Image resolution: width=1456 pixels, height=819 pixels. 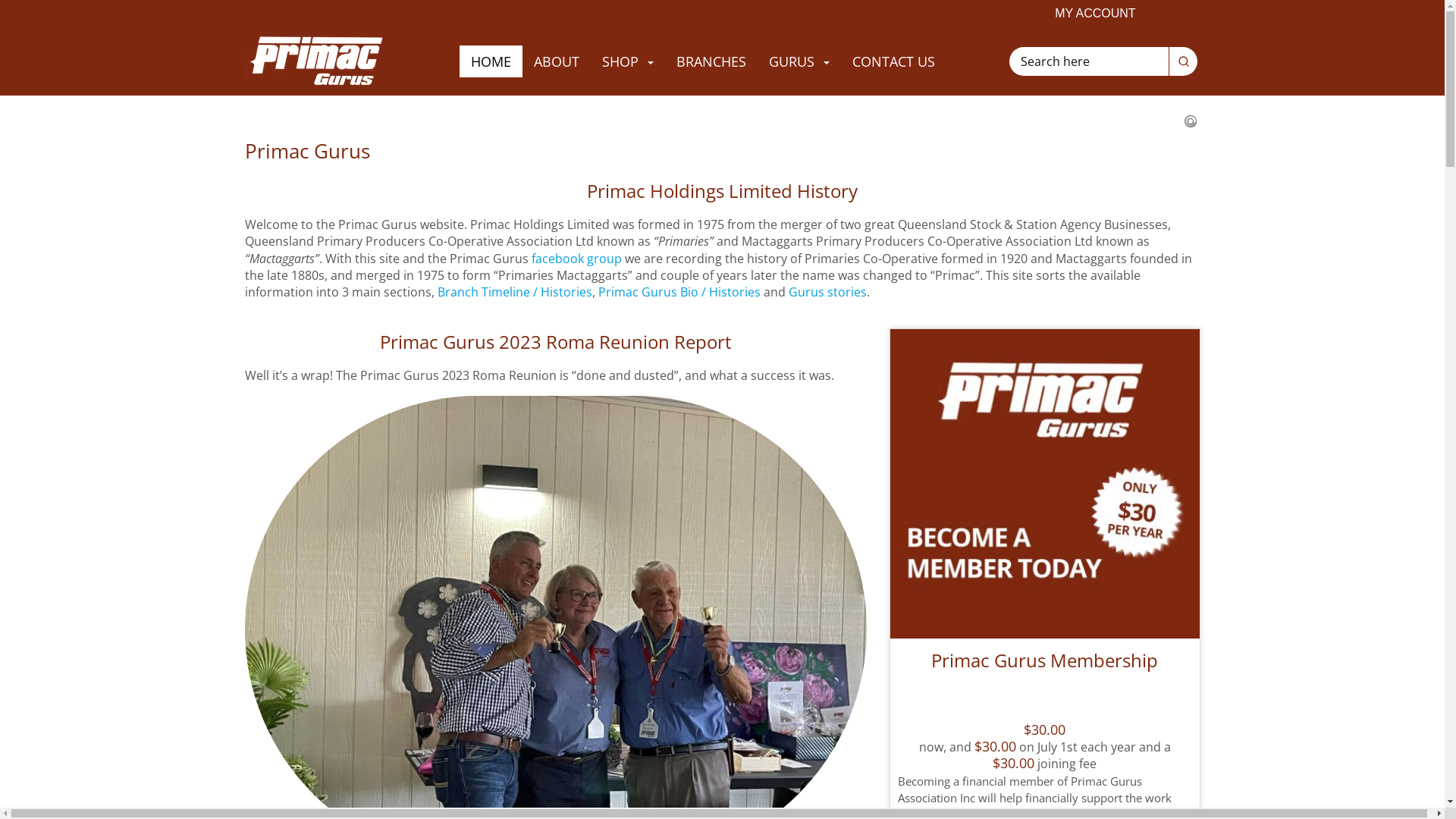 What do you see at coordinates (710, 61) in the screenshot?
I see `'BRANCHES'` at bounding box center [710, 61].